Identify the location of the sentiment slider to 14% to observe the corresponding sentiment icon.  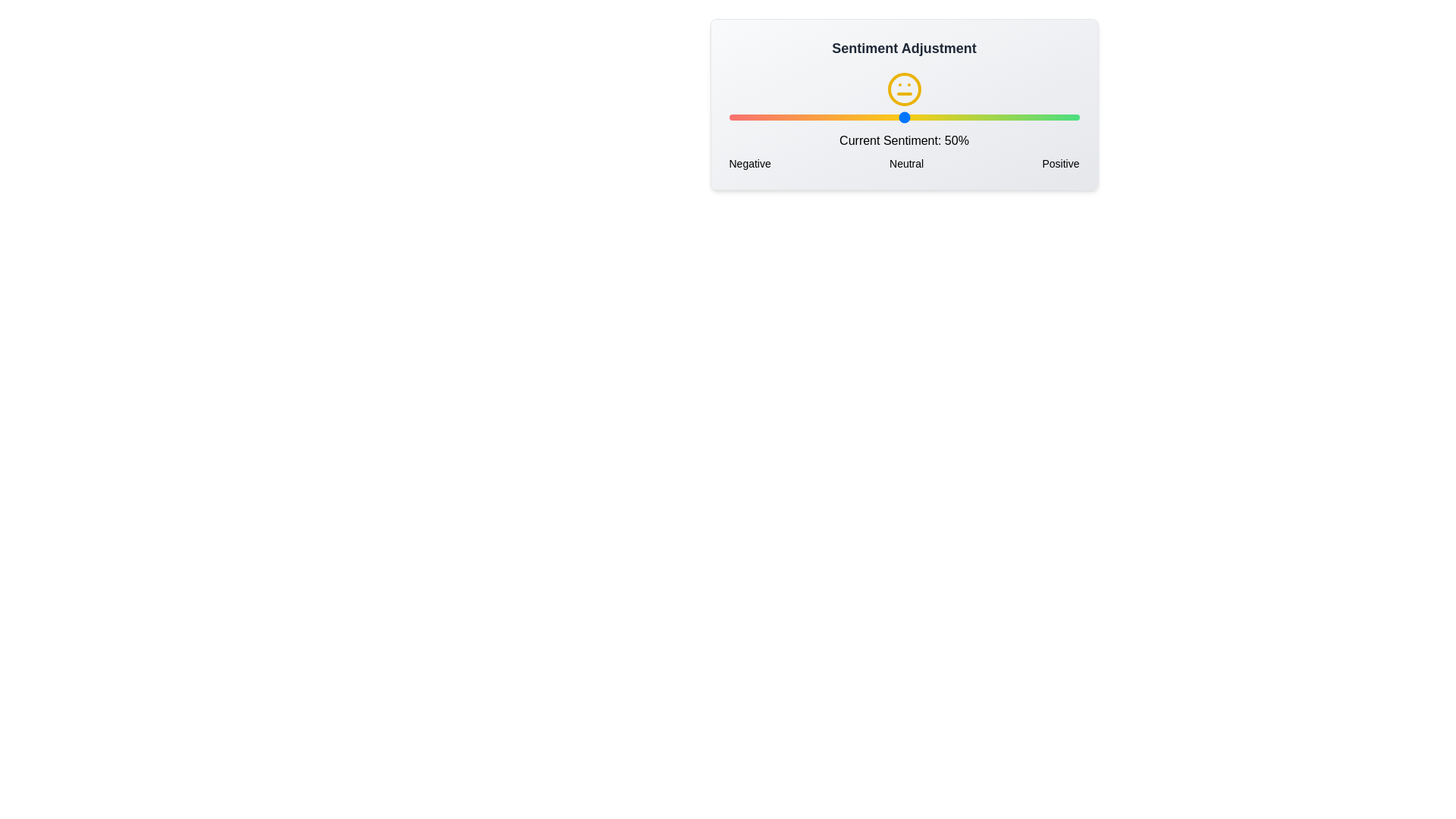
(778, 116).